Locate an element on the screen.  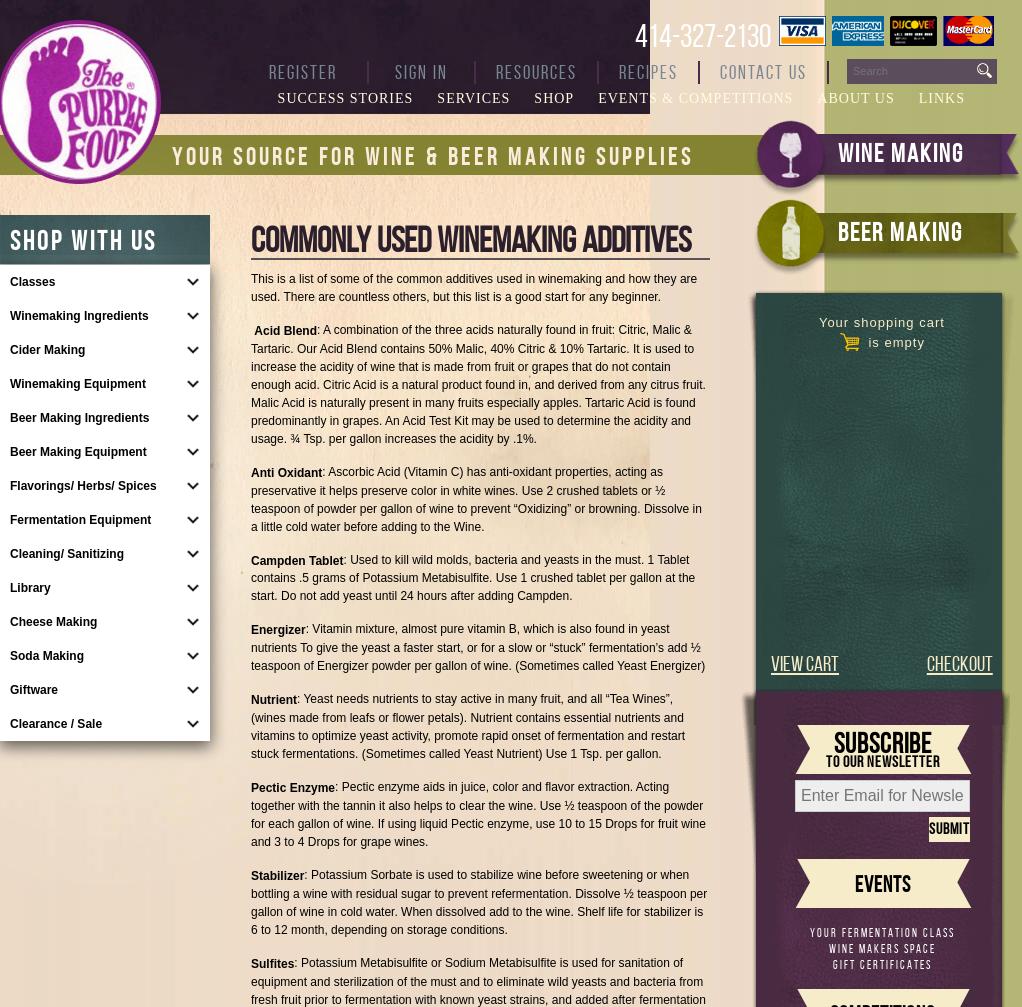
'414-327-2130' is located at coordinates (703, 35).